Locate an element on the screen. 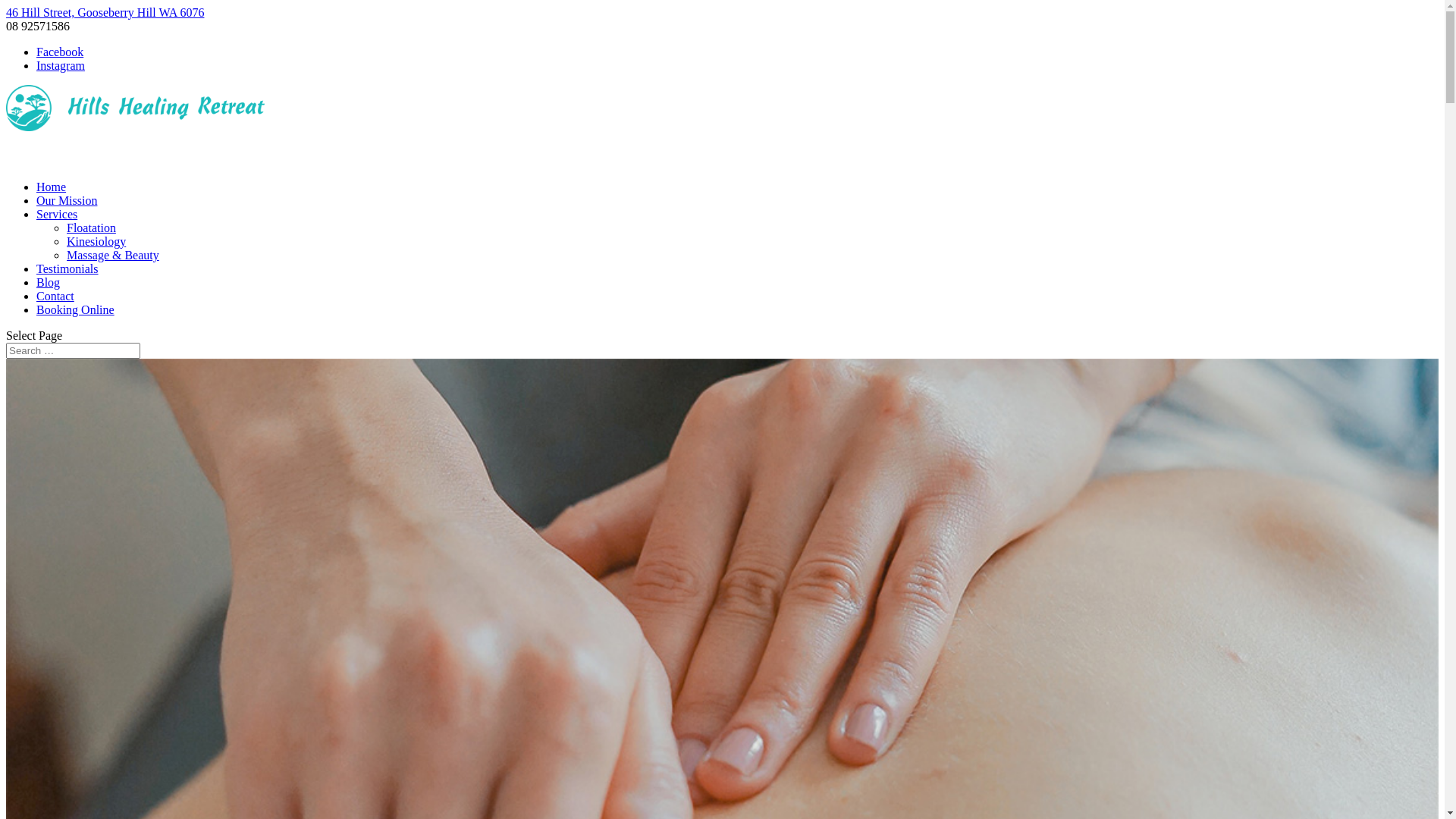  'Our Mission' is located at coordinates (36, 208).